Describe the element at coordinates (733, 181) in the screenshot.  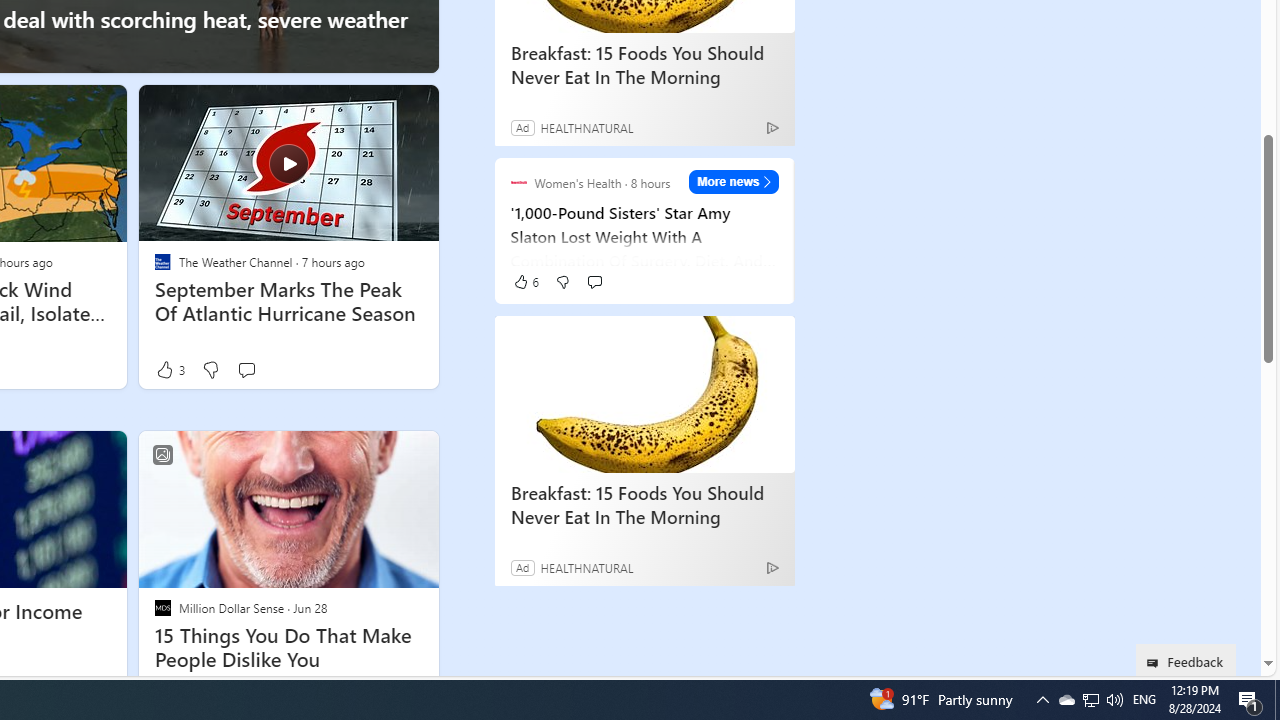
I see `'More news'` at that location.